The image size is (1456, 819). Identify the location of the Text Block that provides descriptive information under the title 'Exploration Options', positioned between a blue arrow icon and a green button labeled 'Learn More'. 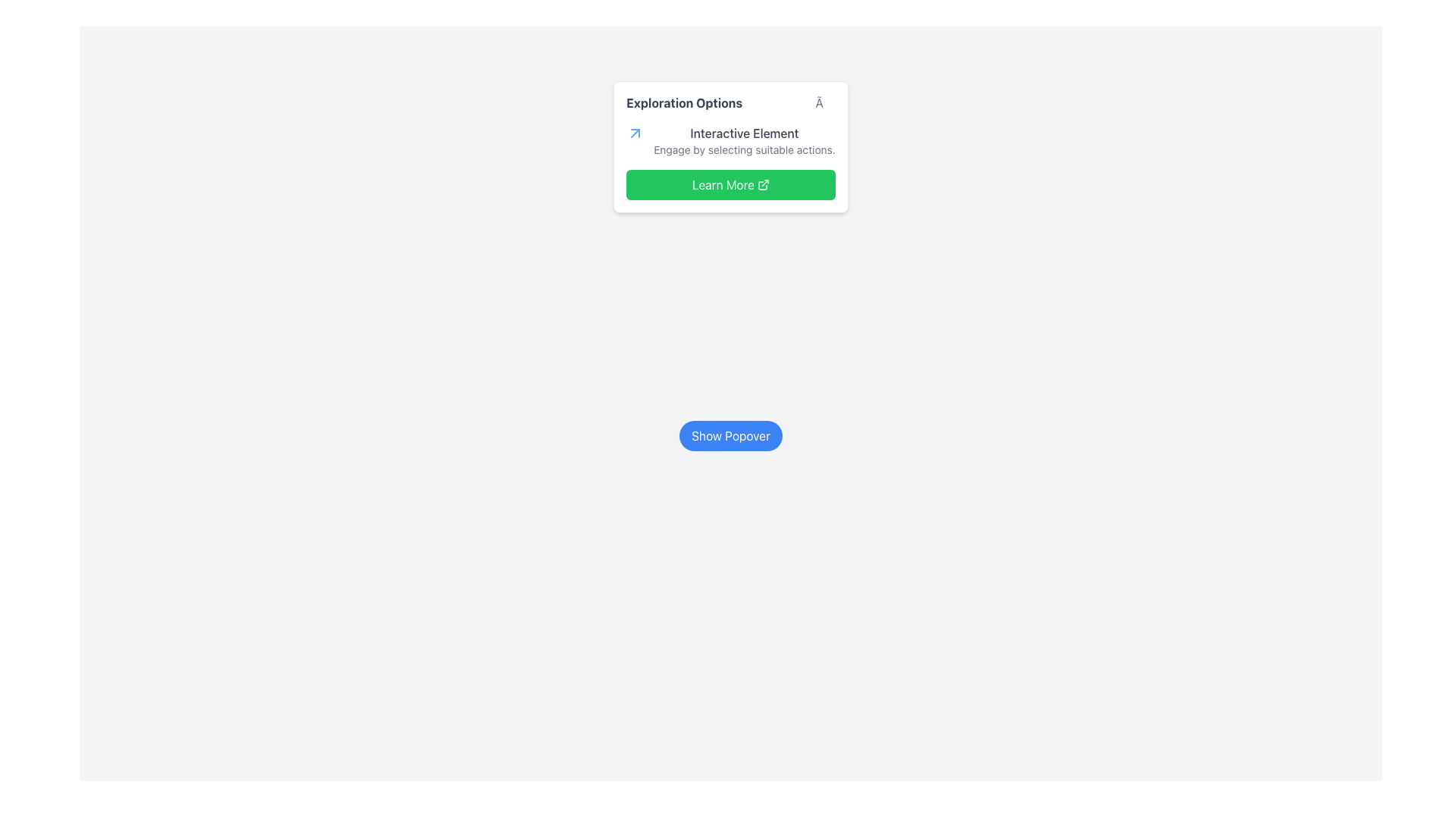
(745, 140).